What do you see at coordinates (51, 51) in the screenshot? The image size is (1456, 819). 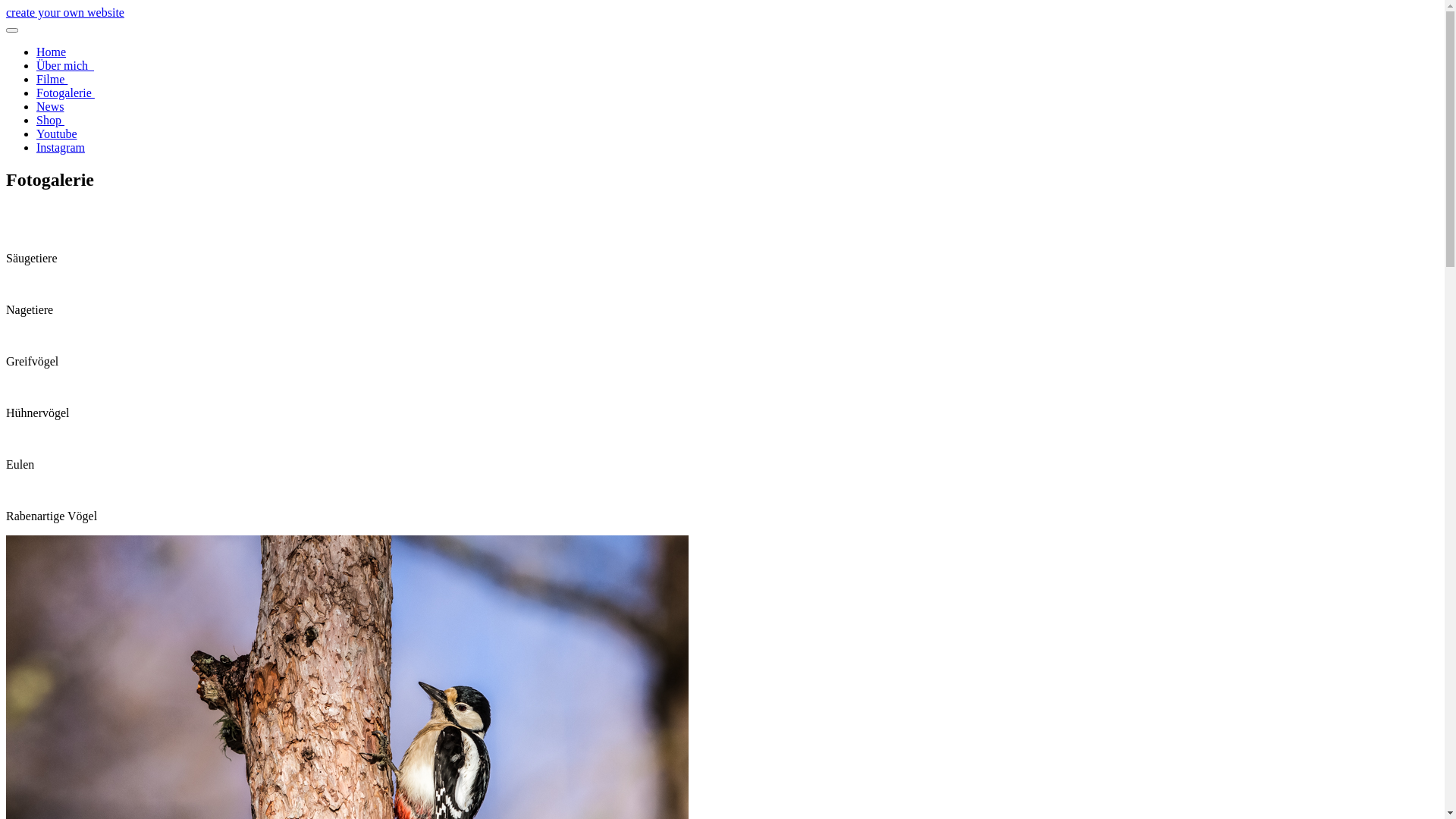 I see `'Home'` at bounding box center [51, 51].